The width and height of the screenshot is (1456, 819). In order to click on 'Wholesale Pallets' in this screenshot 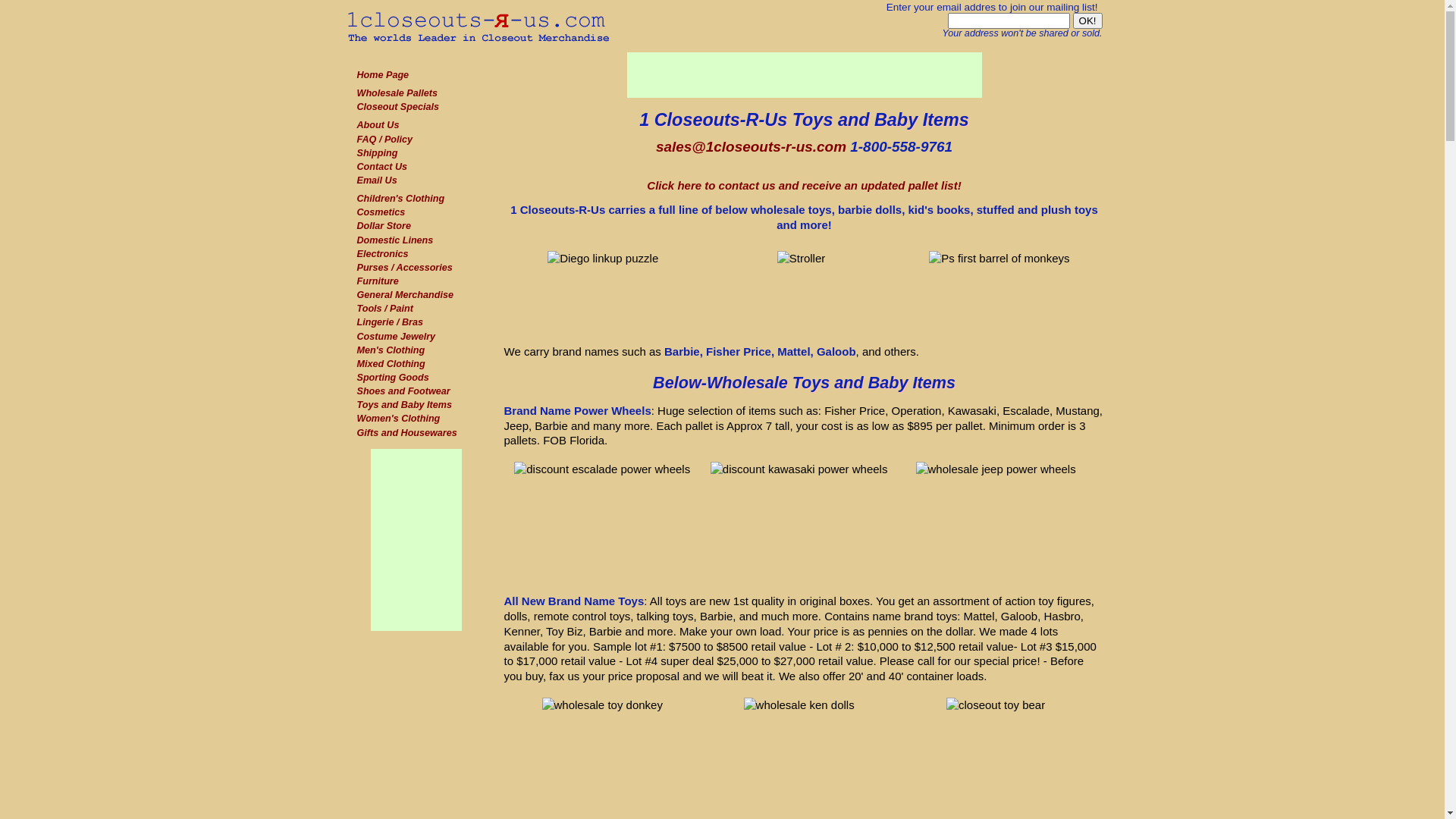, I will do `click(397, 93)`.